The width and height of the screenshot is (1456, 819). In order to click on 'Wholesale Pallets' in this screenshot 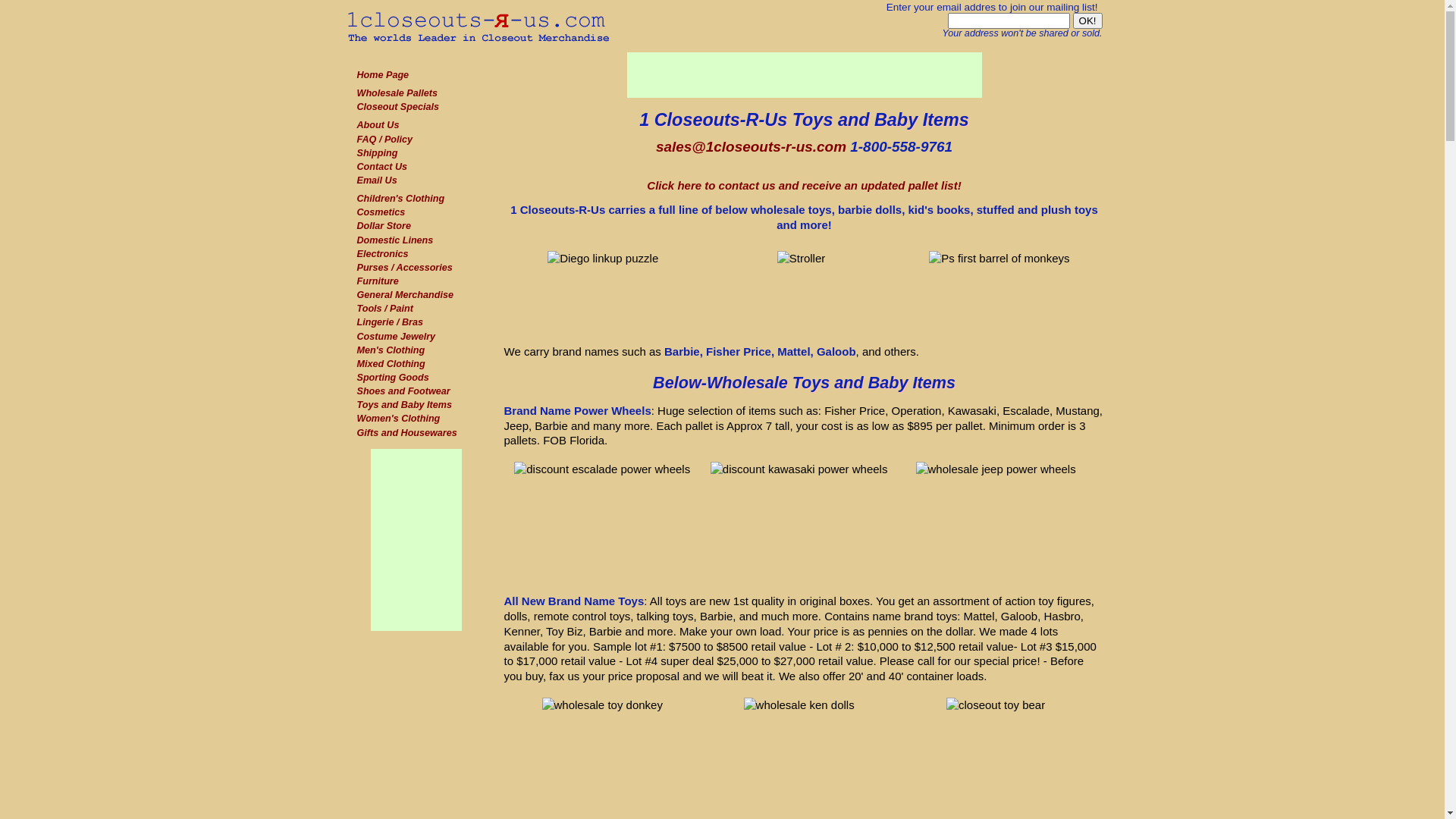, I will do `click(397, 93)`.